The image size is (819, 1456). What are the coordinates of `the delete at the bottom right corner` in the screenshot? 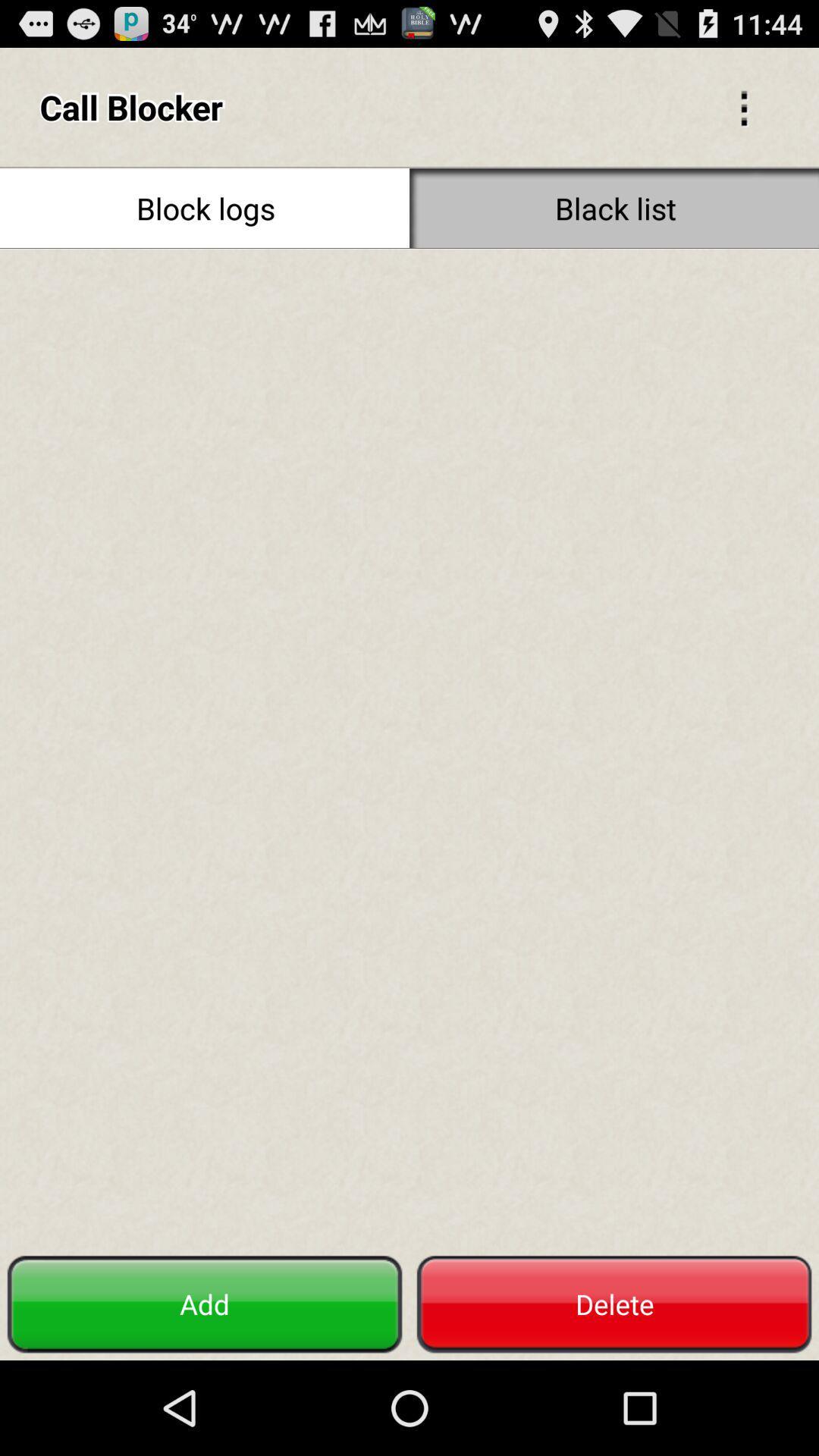 It's located at (614, 1304).